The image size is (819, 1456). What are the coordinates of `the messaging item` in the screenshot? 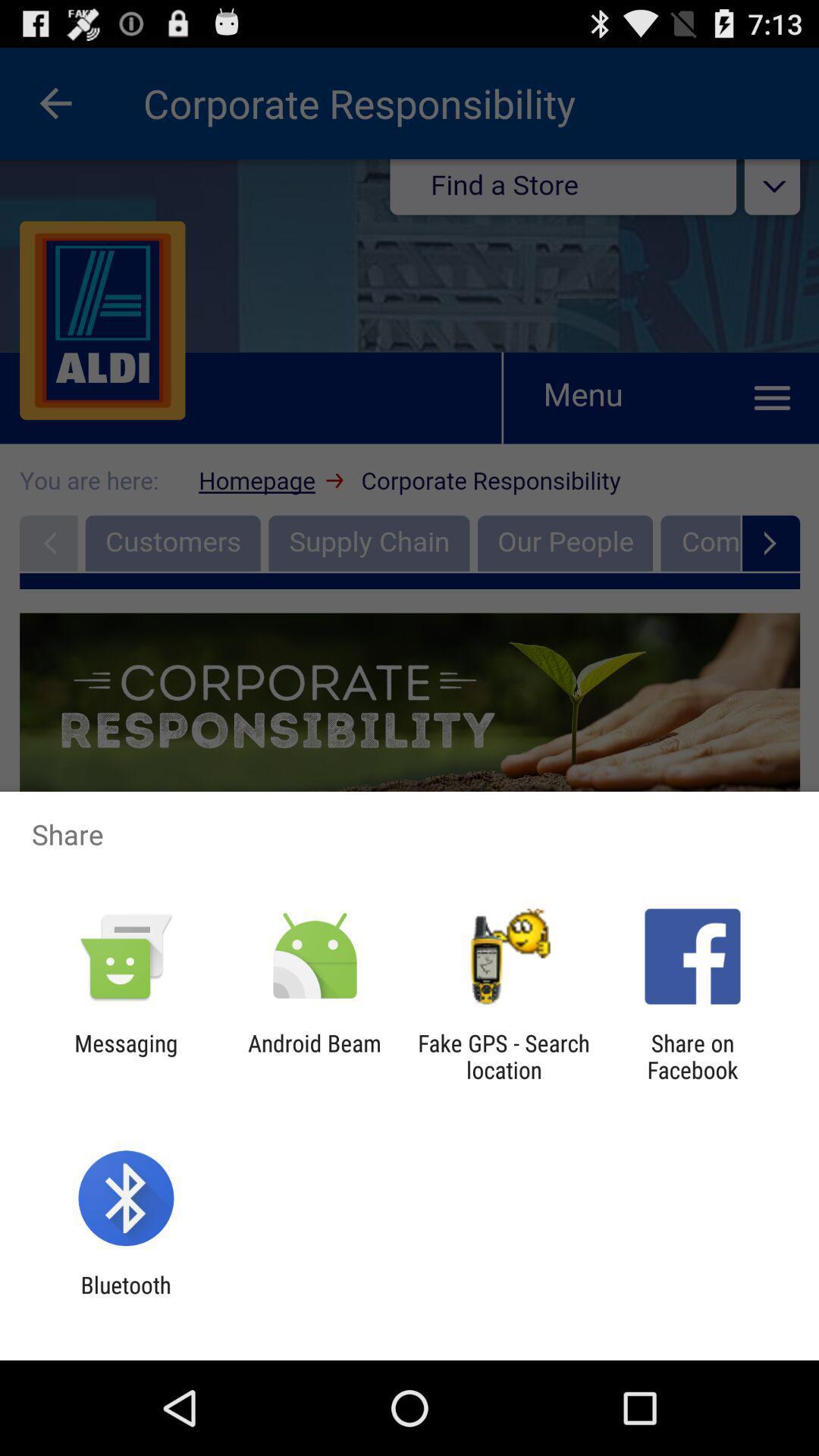 It's located at (125, 1056).